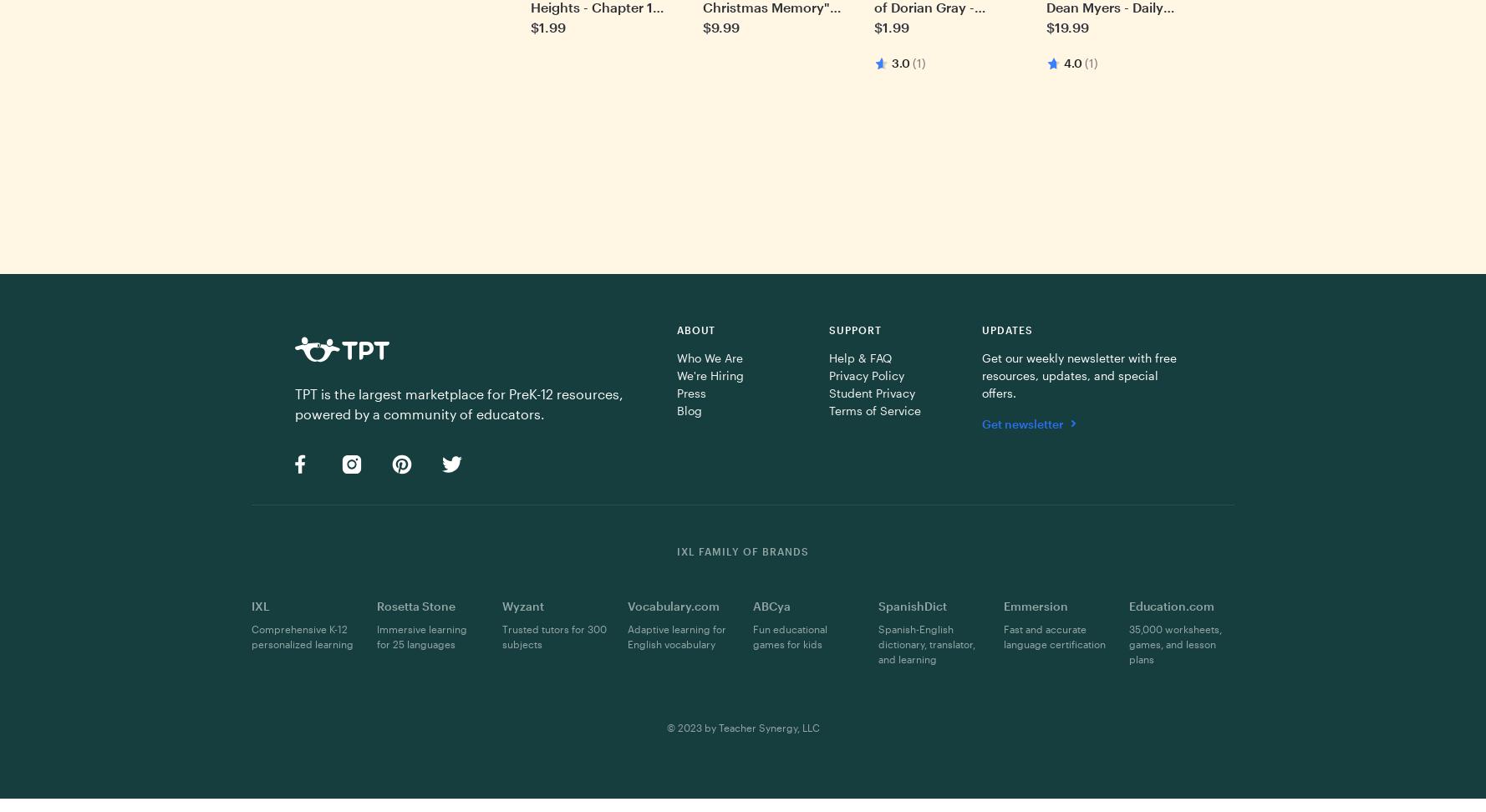 This screenshot has height=812, width=1486. Describe the element at coordinates (1035, 604) in the screenshot. I see `'Emmersion'` at that location.